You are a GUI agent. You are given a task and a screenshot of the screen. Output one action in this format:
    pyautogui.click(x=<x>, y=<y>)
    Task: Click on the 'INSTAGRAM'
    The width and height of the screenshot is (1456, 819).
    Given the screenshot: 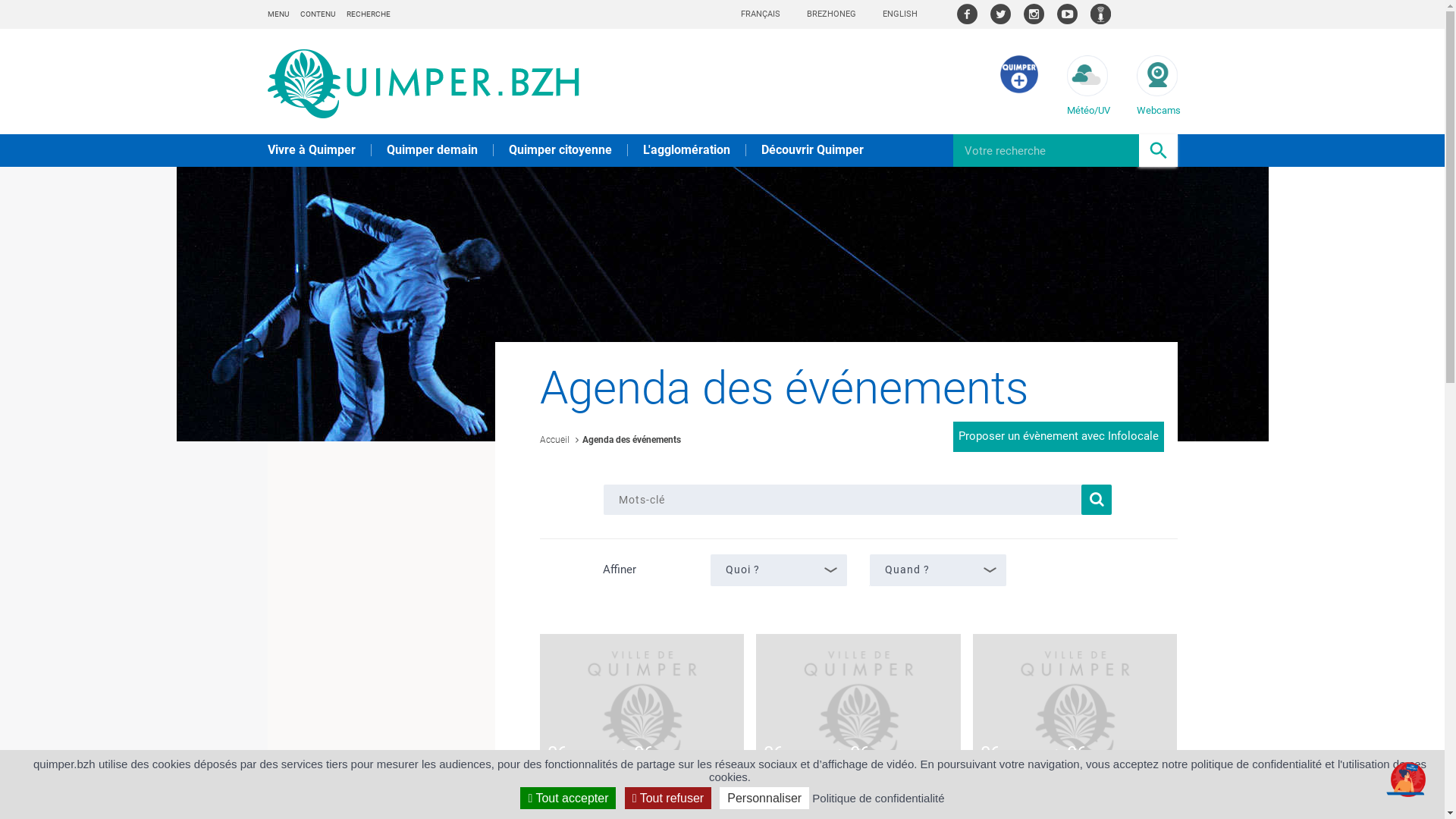 What is the action you would take?
    pyautogui.click(x=1033, y=14)
    